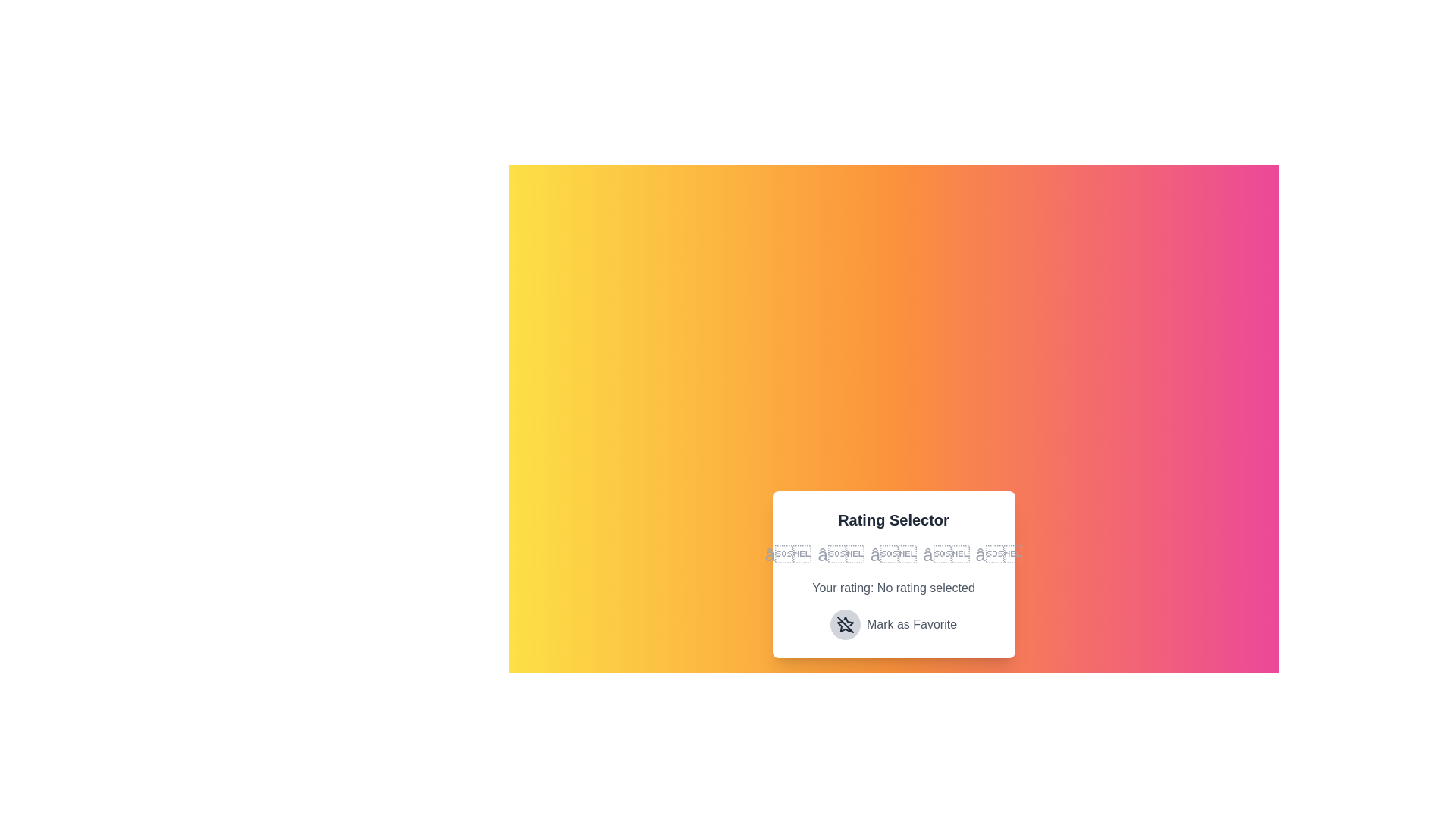 Image resolution: width=1456 pixels, height=819 pixels. What do you see at coordinates (893, 587) in the screenshot?
I see `the text label that reads 'Your rating: No rating selected', which is centered below the rating stars and above the 'Mark as Favorite' option in the 'Rating Selector' box` at bounding box center [893, 587].